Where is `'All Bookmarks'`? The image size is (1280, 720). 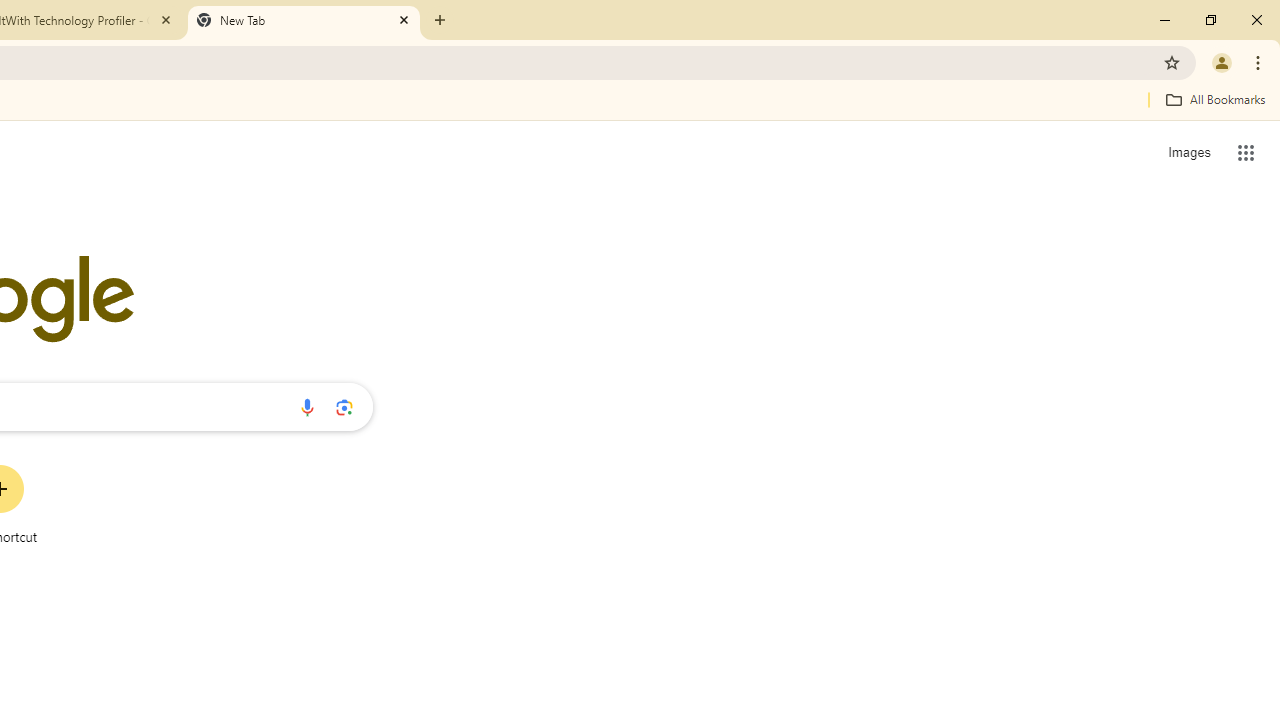 'All Bookmarks' is located at coordinates (1214, 99).